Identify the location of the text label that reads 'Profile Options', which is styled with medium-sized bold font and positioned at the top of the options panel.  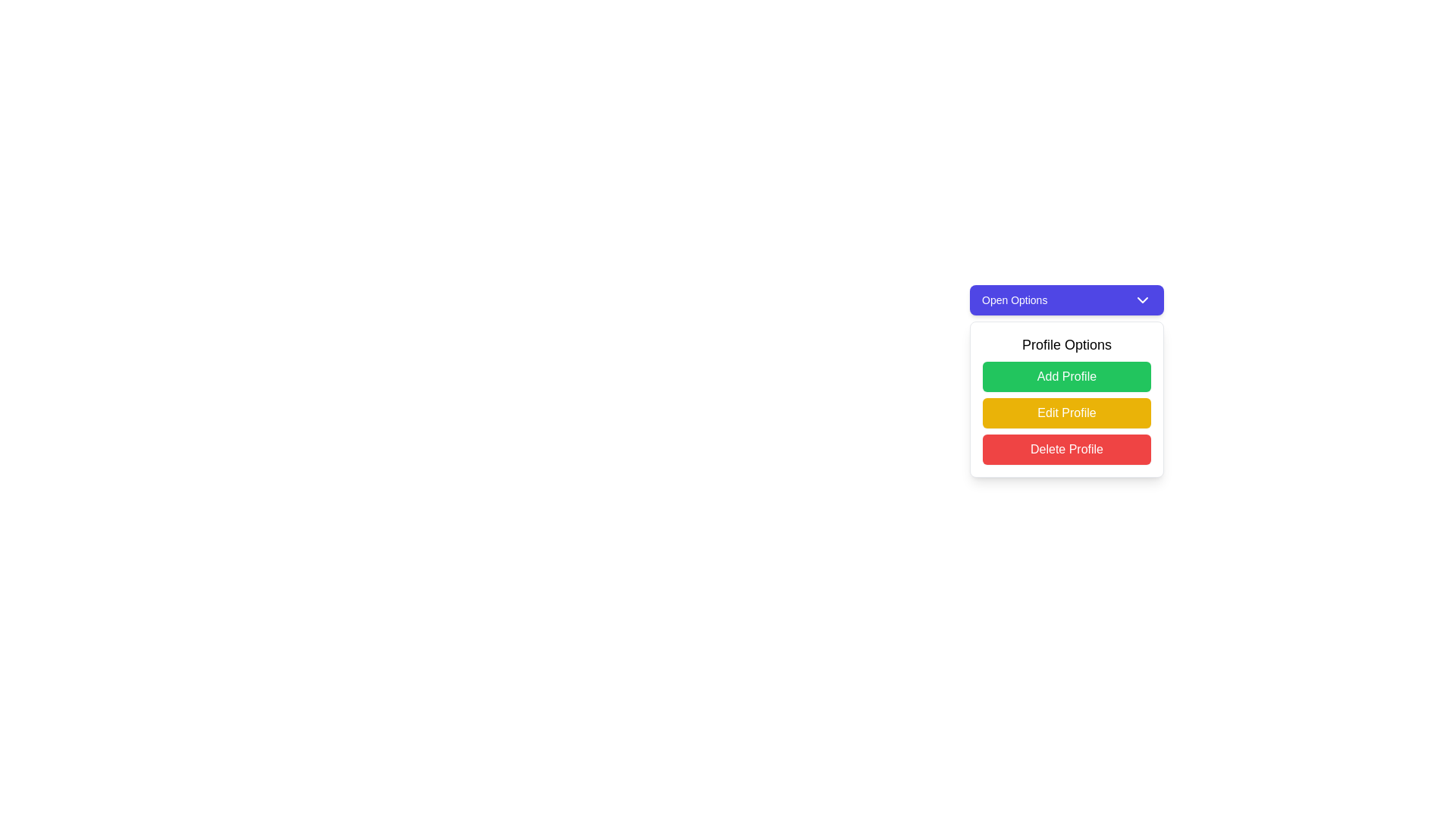
(1065, 345).